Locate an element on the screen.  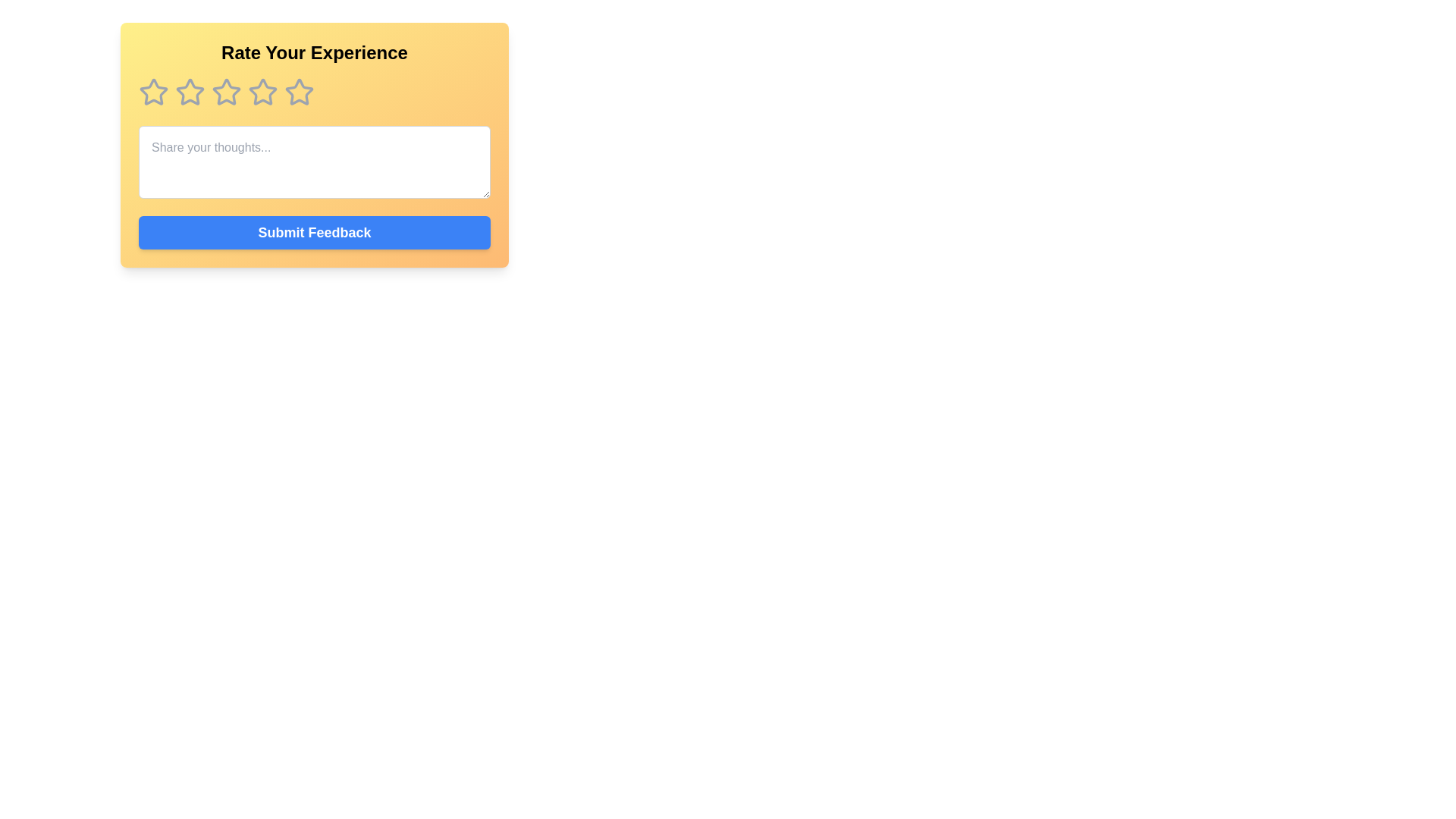
the leftmost rating star in the 'Rate Your Experience' section to visualize its interactive effect is located at coordinates (153, 93).